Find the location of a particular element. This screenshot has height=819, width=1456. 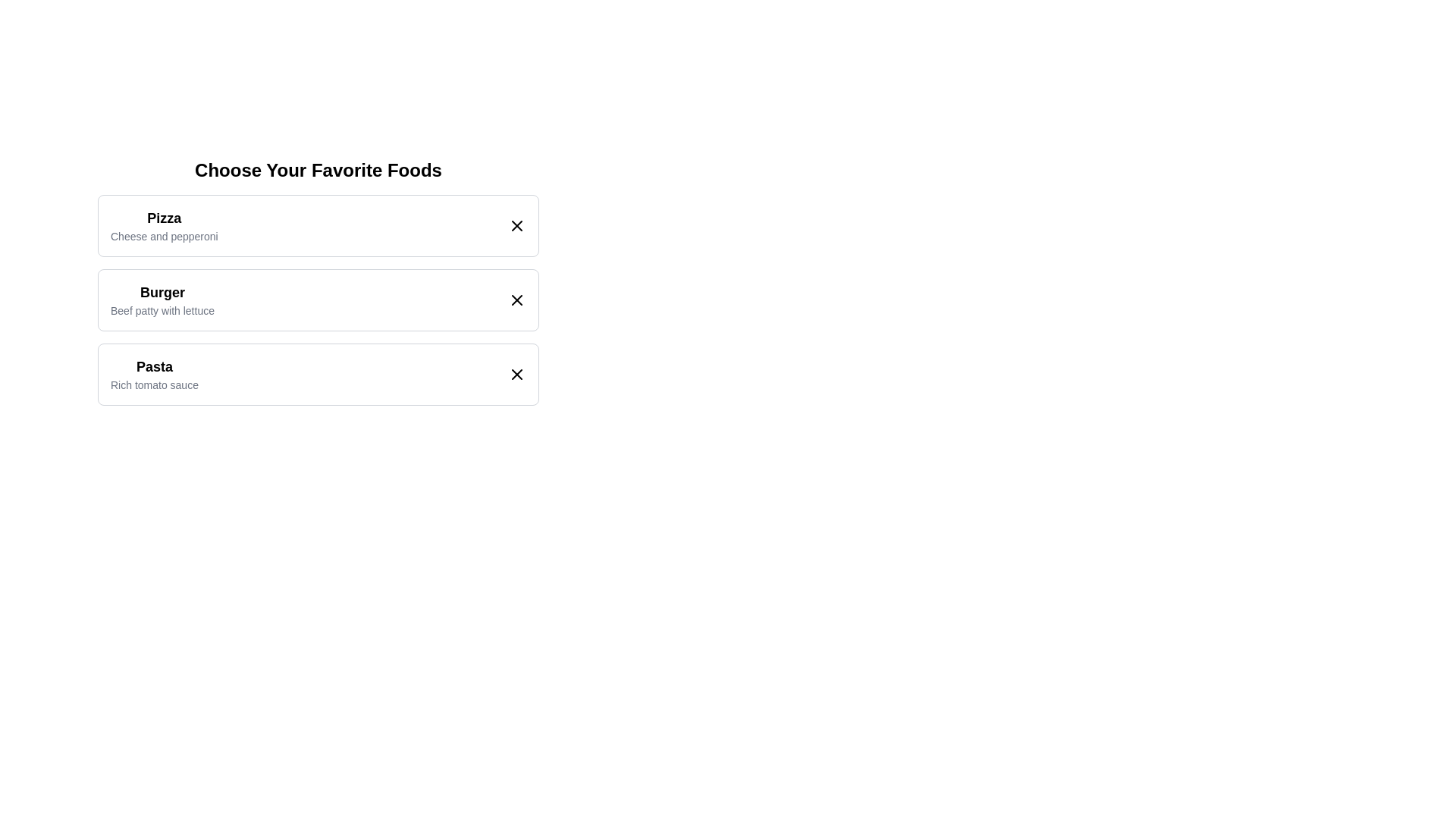

the third item in the list of favorite foods is located at coordinates (318, 374).